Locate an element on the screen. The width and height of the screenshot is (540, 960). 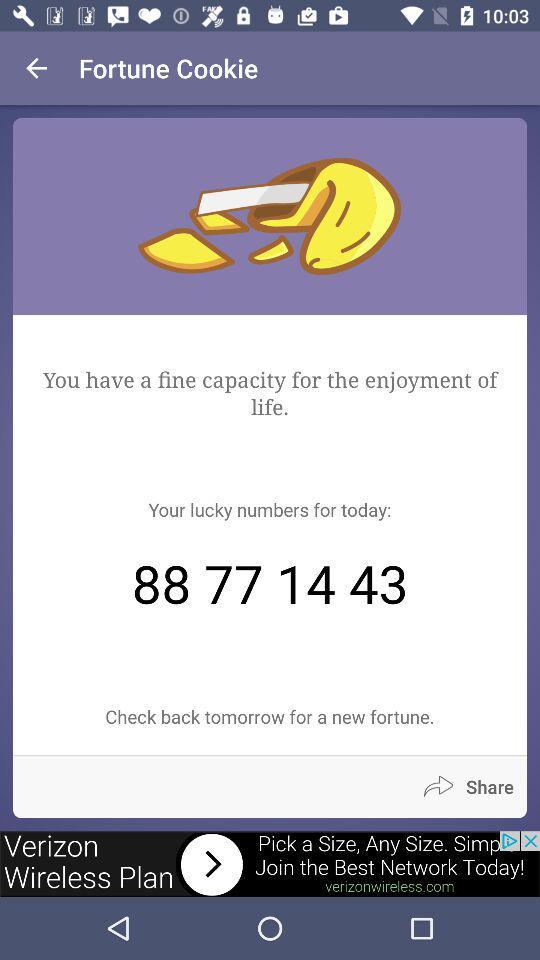
advertisement panel is located at coordinates (270, 863).